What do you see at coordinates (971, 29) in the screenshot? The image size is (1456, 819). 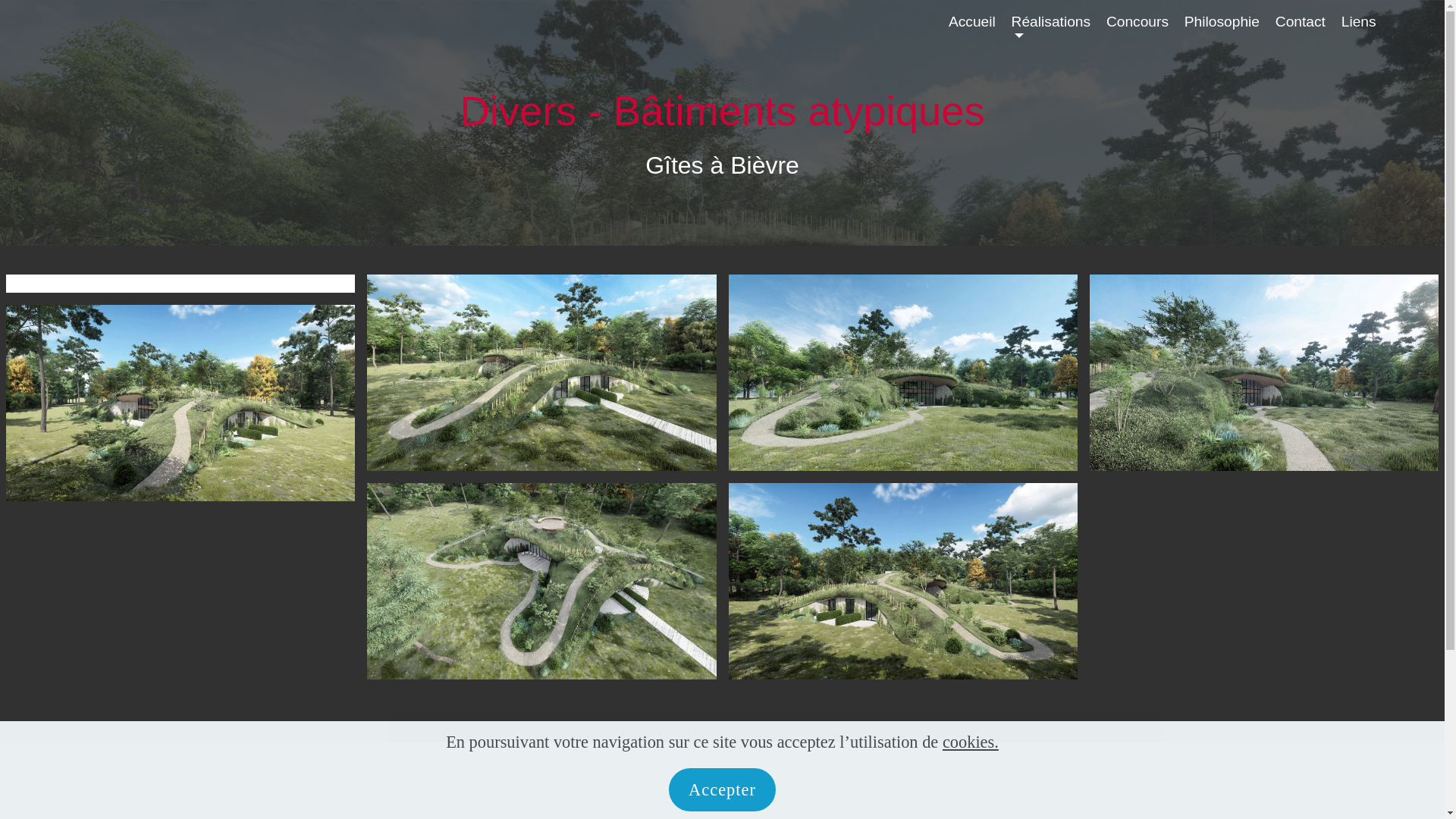 I see `'Accueil'` at bounding box center [971, 29].